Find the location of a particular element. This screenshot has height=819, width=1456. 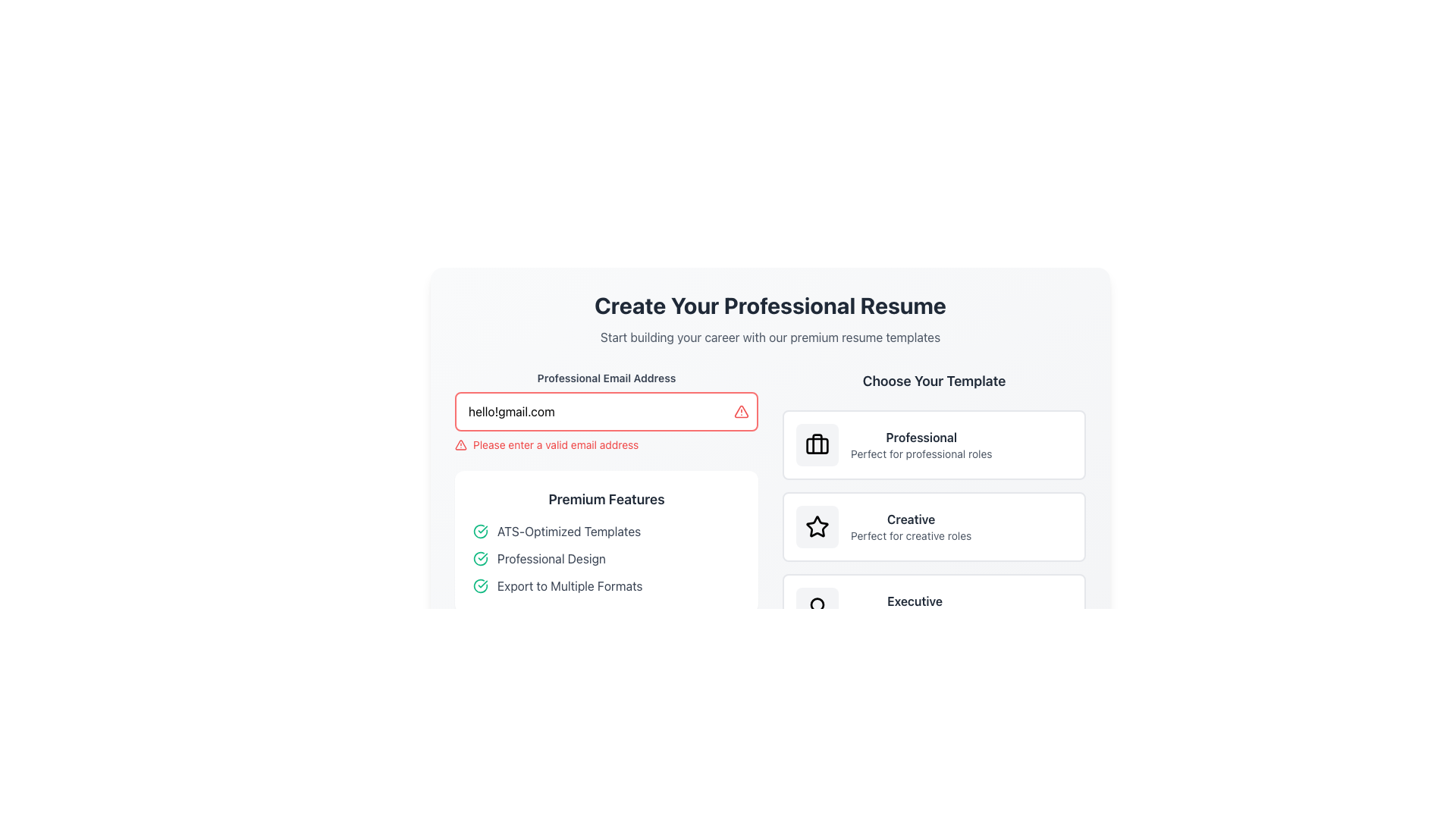

the 'Professional' template icon located in the upper-left of the 'Choose Your Template' section is located at coordinates (817, 444).